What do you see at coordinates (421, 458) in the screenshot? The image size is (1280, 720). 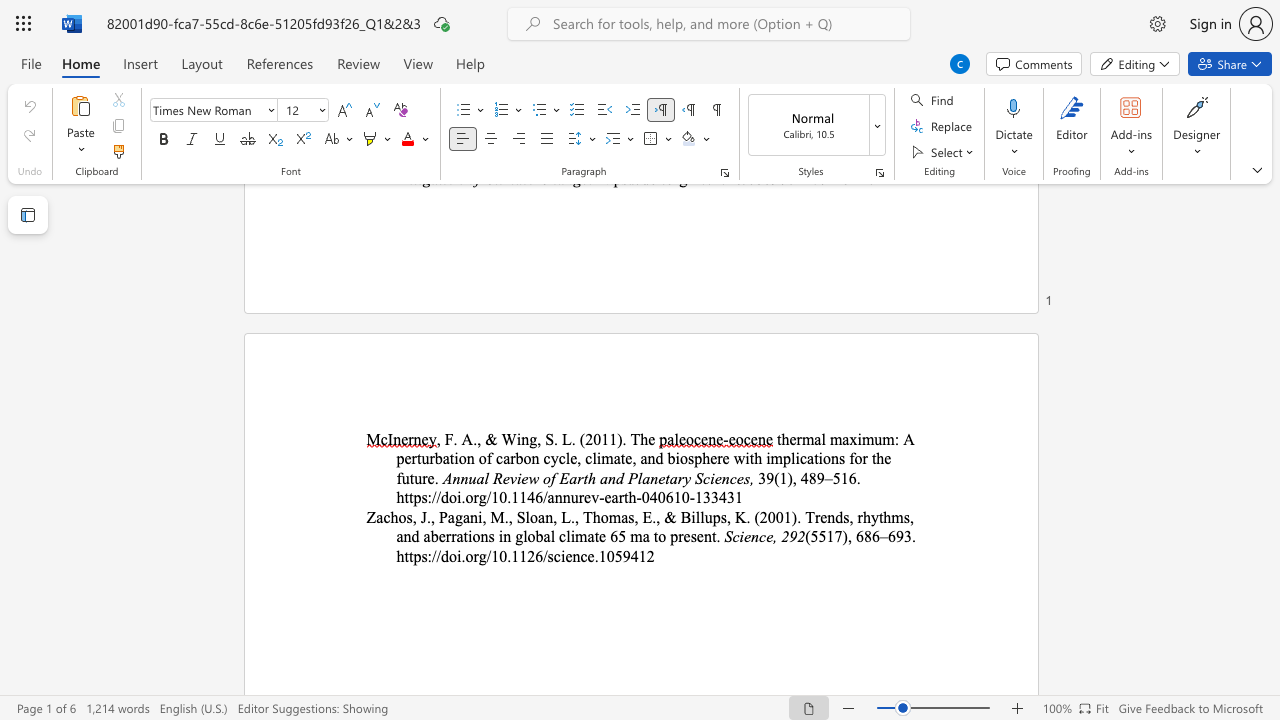 I see `the space between the continuous character "t" and "u" in the text` at bounding box center [421, 458].